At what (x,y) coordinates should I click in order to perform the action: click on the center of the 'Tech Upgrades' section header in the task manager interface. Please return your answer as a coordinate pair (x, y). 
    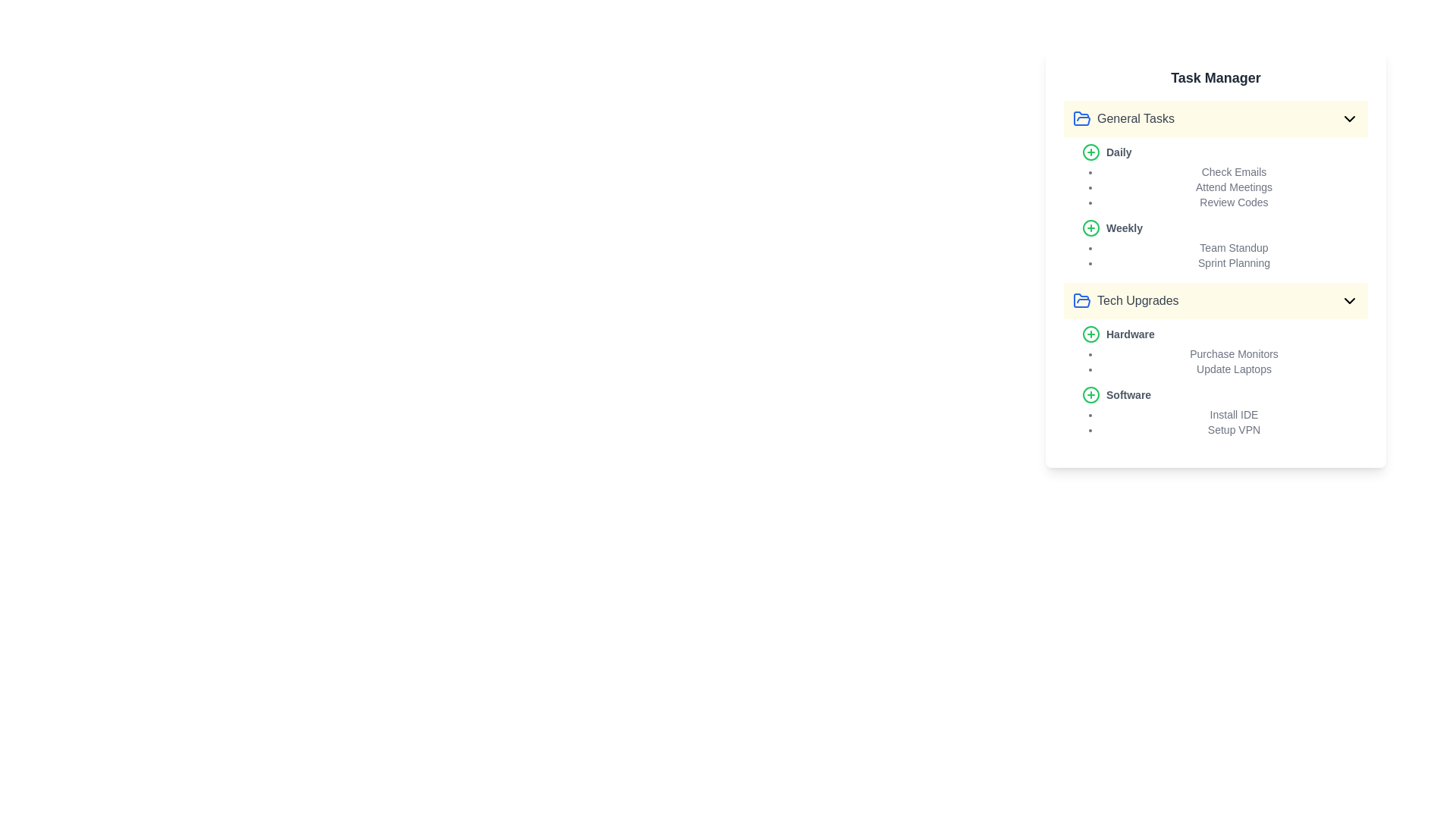
    Looking at the image, I should click on (1125, 301).